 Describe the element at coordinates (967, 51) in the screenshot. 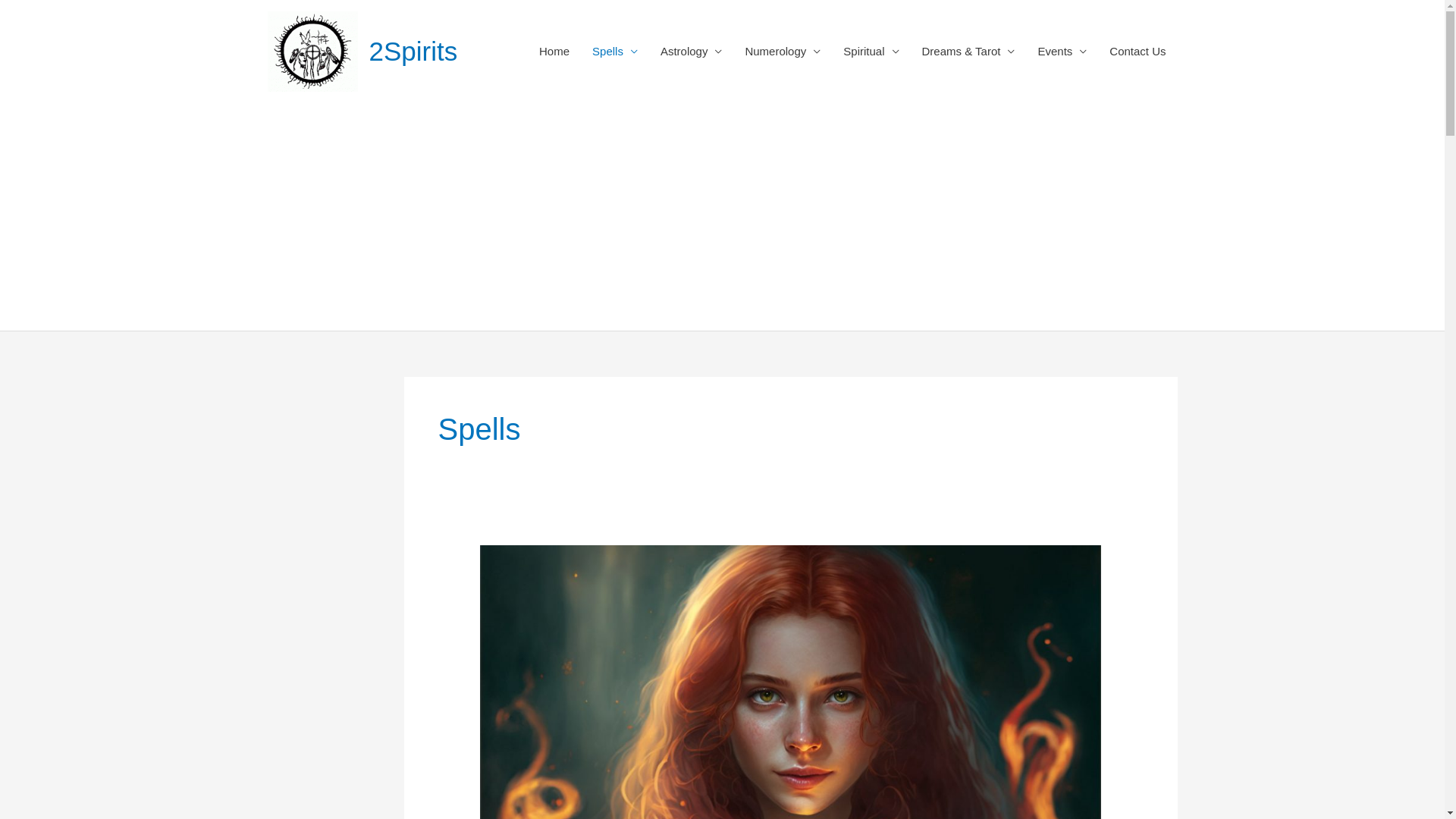

I see `'Dreams & Tarot'` at that location.